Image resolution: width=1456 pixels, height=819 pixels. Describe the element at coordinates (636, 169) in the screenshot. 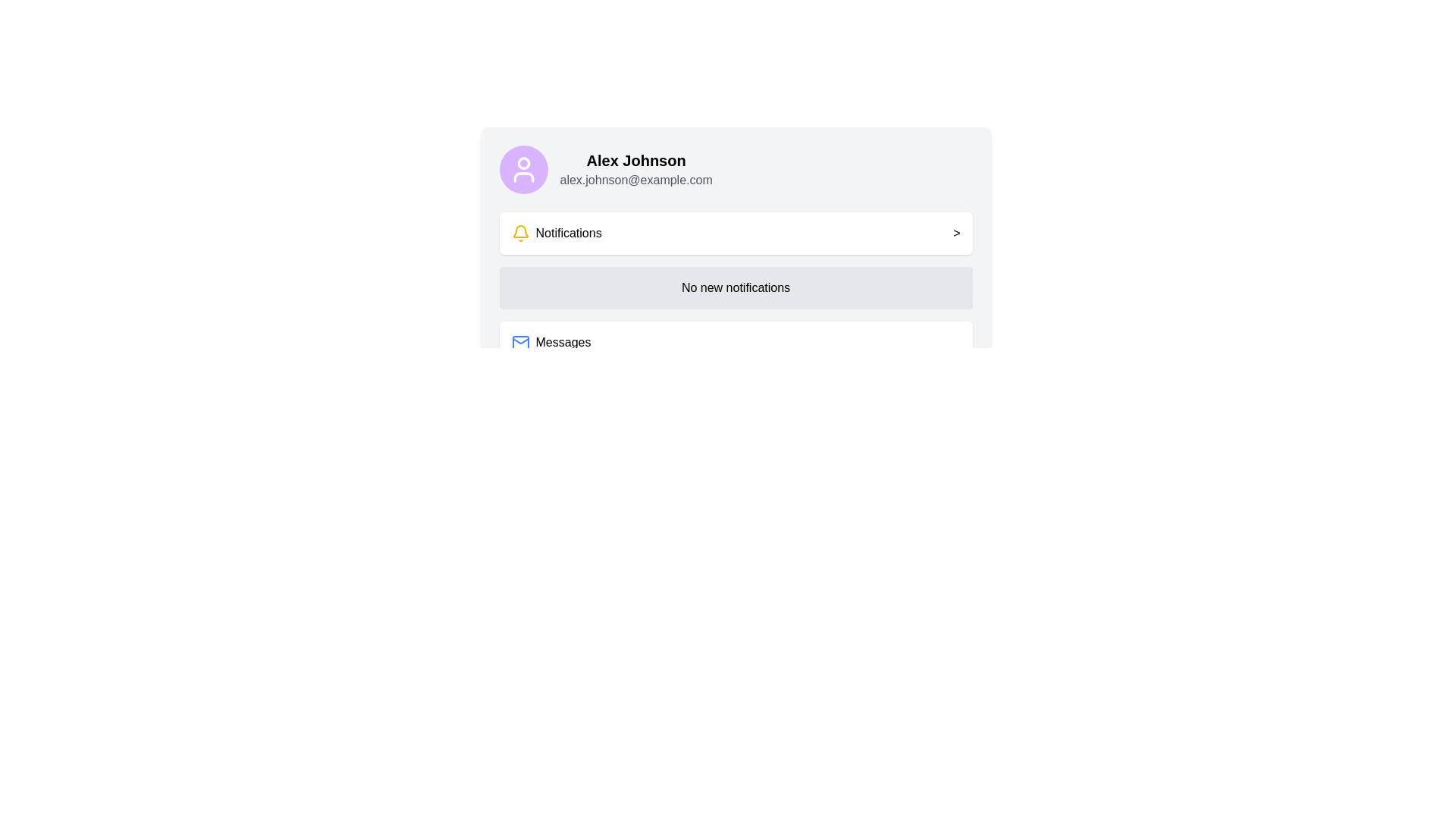

I see `the user information header that displays the user's name and email address, located to the right of a circular avatar icon with a purple background` at that location.